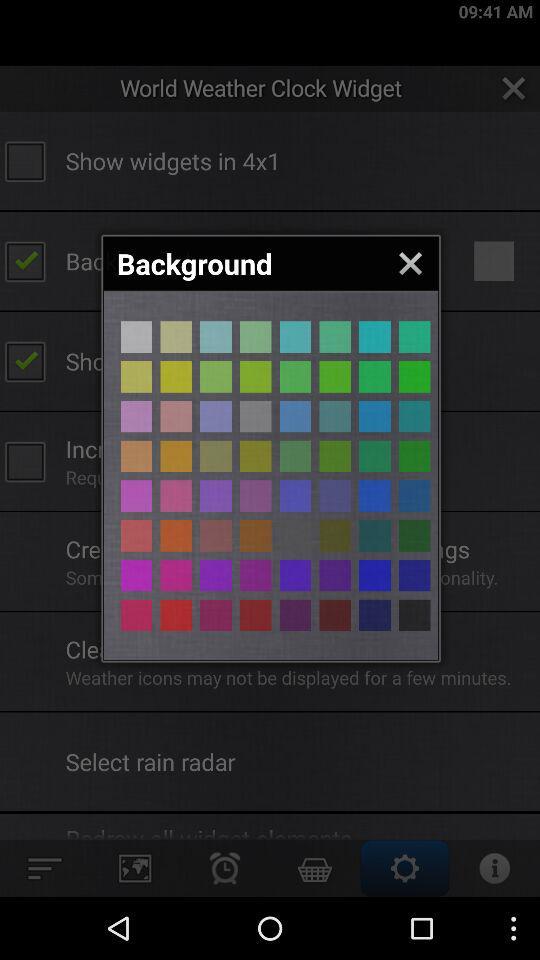 The image size is (540, 960). Describe the element at coordinates (135, 495) in the screenshot. I see `background colour selection` at that location.